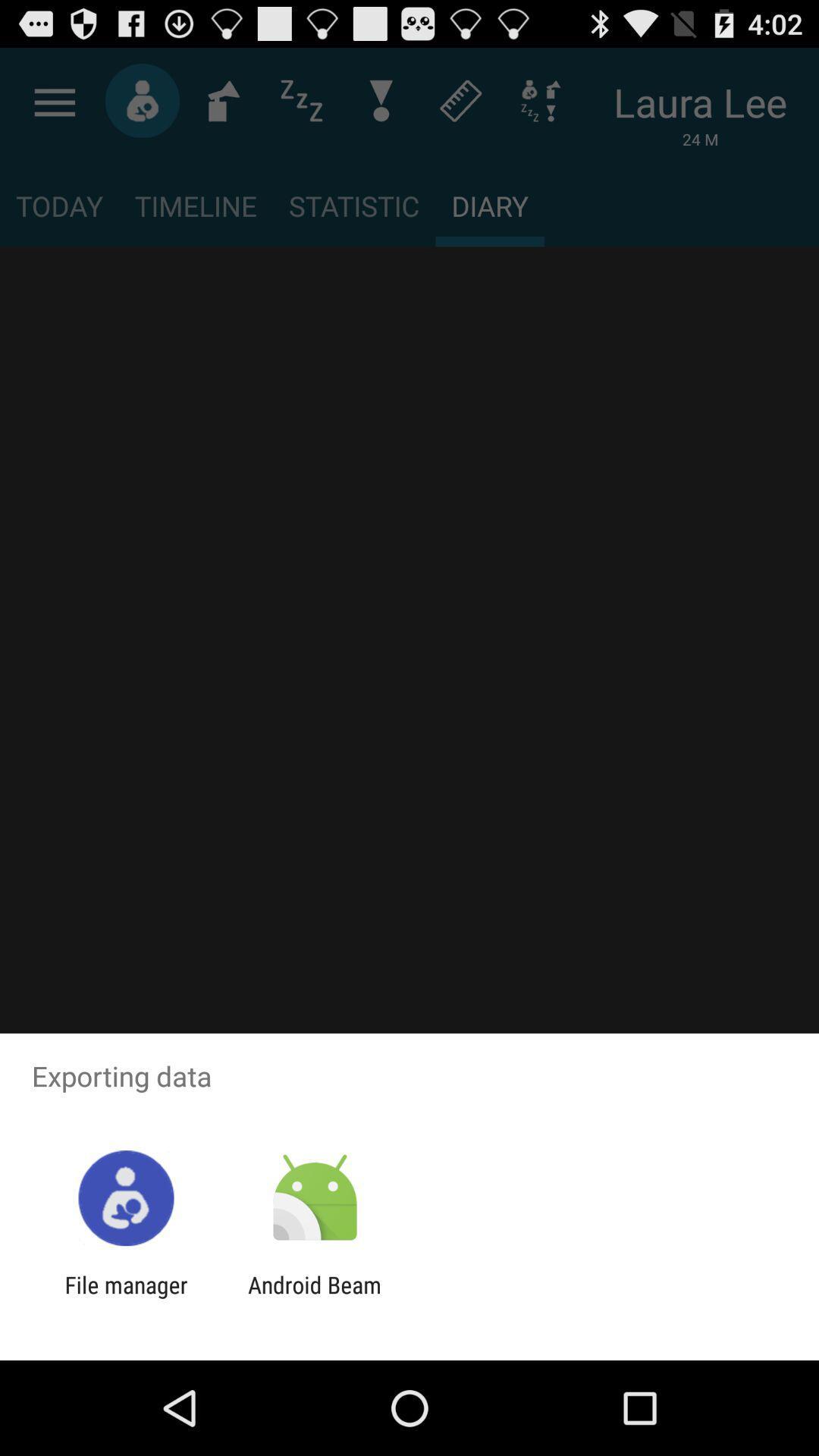  Describe the element at coordinates (125, 1298) in the screenshot. I see `app to the left of the android beam` at that location.